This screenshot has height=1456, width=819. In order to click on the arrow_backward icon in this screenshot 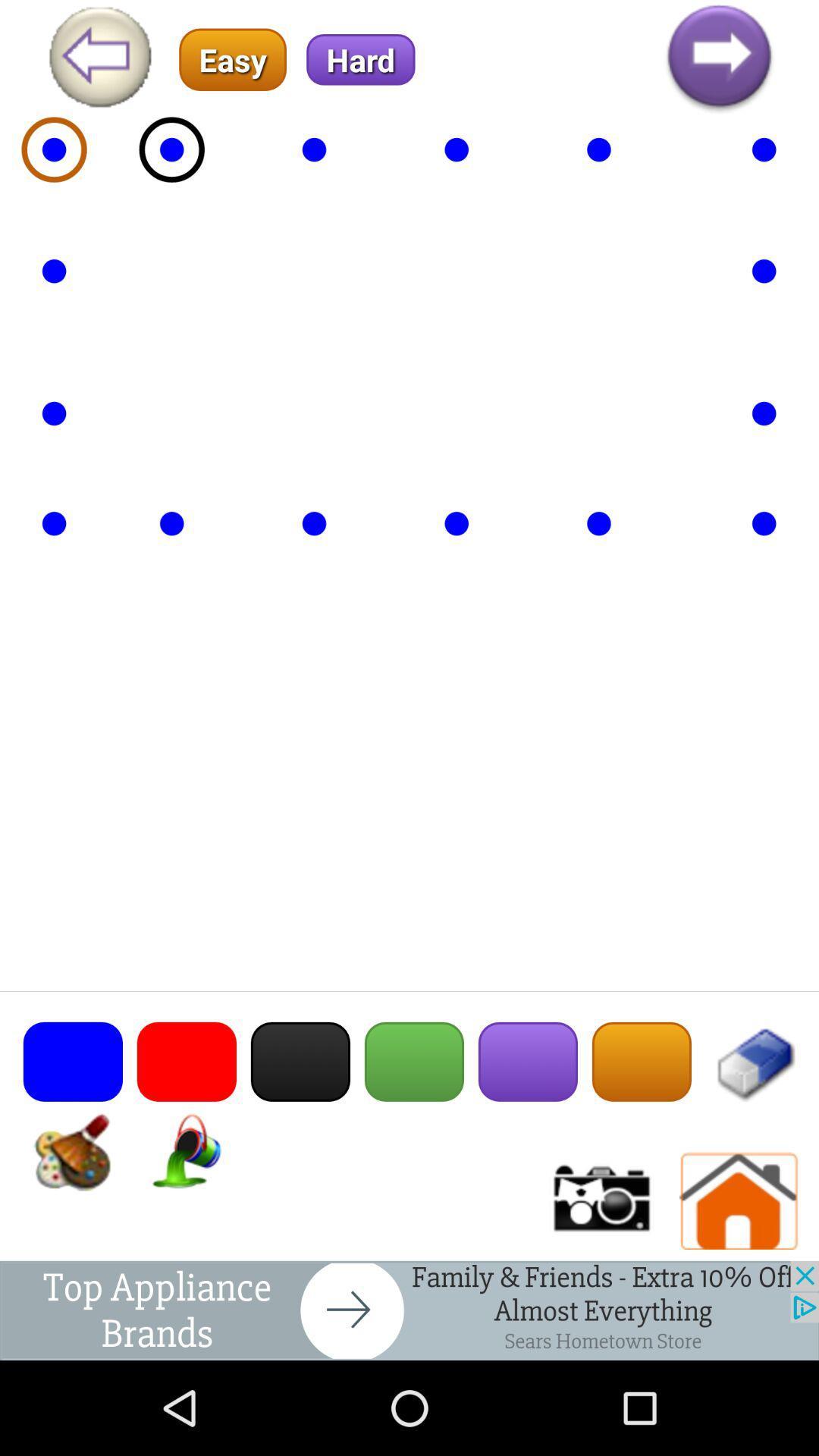, I will do `click(99, 63)`.